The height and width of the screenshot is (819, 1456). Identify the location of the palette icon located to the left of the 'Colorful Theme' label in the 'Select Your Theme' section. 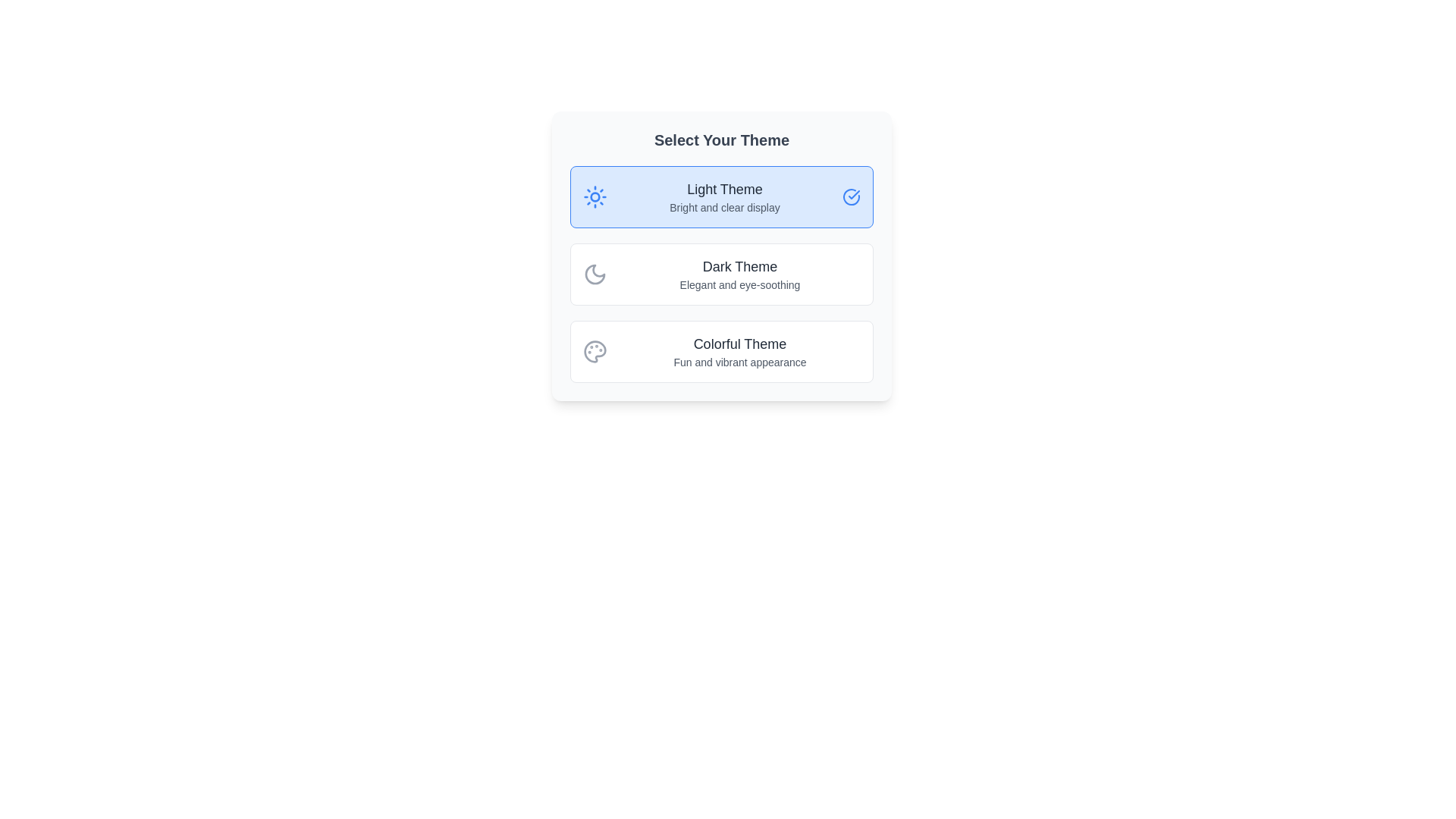
(595, 351).